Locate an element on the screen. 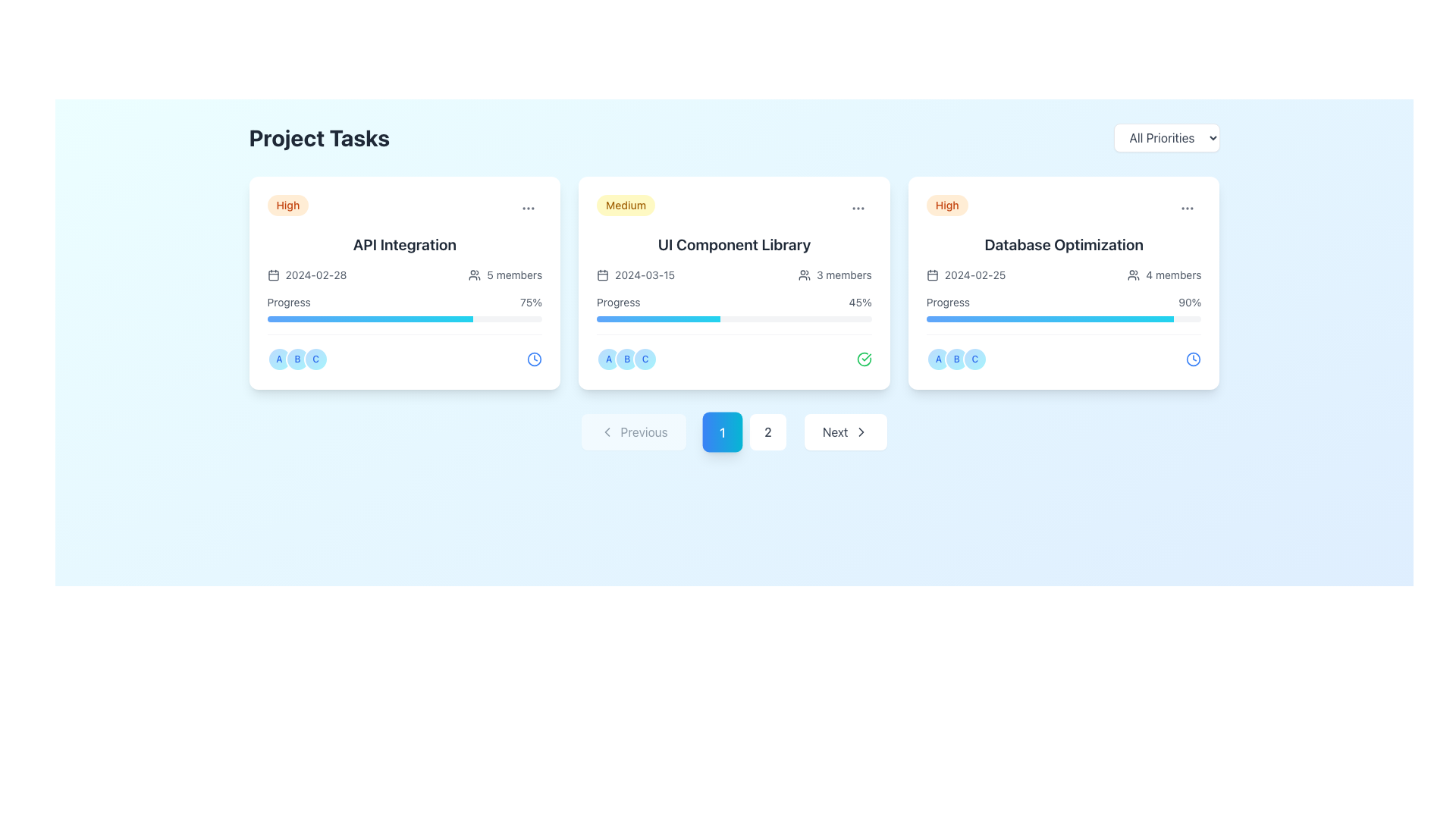 The height and width of the screenshot is (819, 1456). the circular badge with the letter 'B' inside, which is the second badge in a horizontal arrangement of three badges labeled 'A', 'B', and 'C', located on the lower section of the card labeled 'API Integration' is located at coordinates (297, 359).